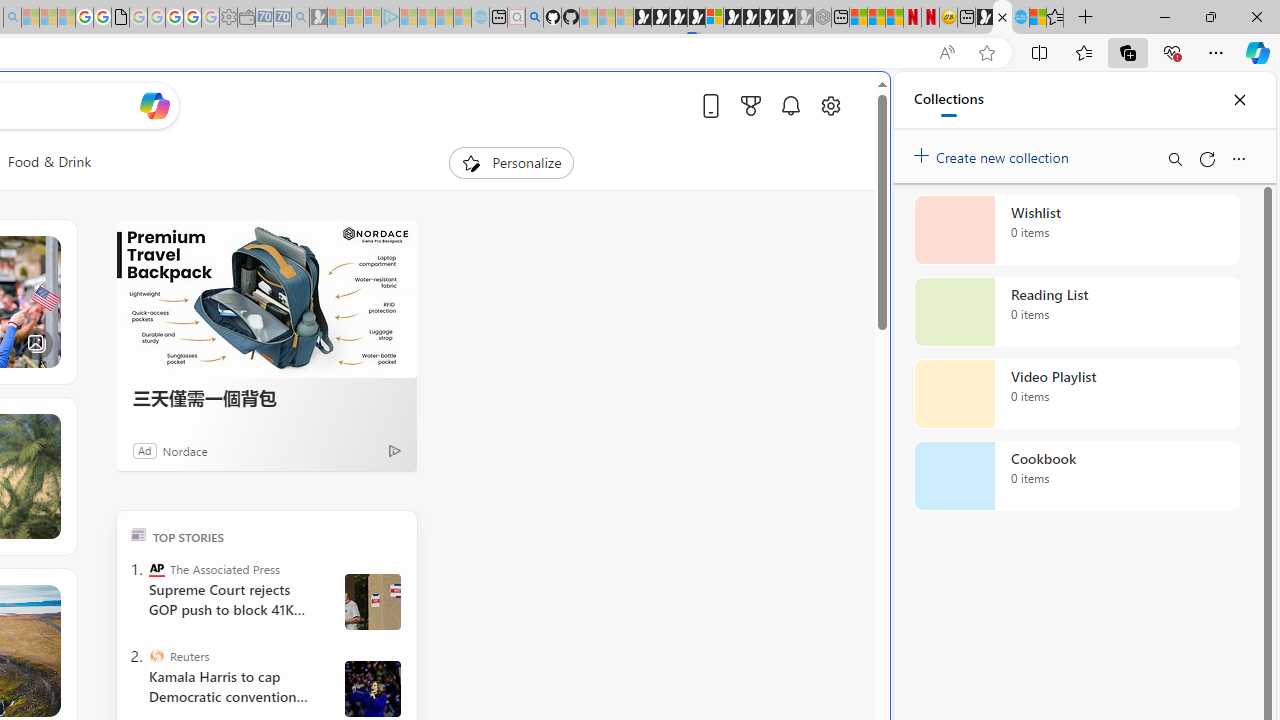  I want to click on ' Harris and Walz campaign in Wisconsin', so click(373, 688).